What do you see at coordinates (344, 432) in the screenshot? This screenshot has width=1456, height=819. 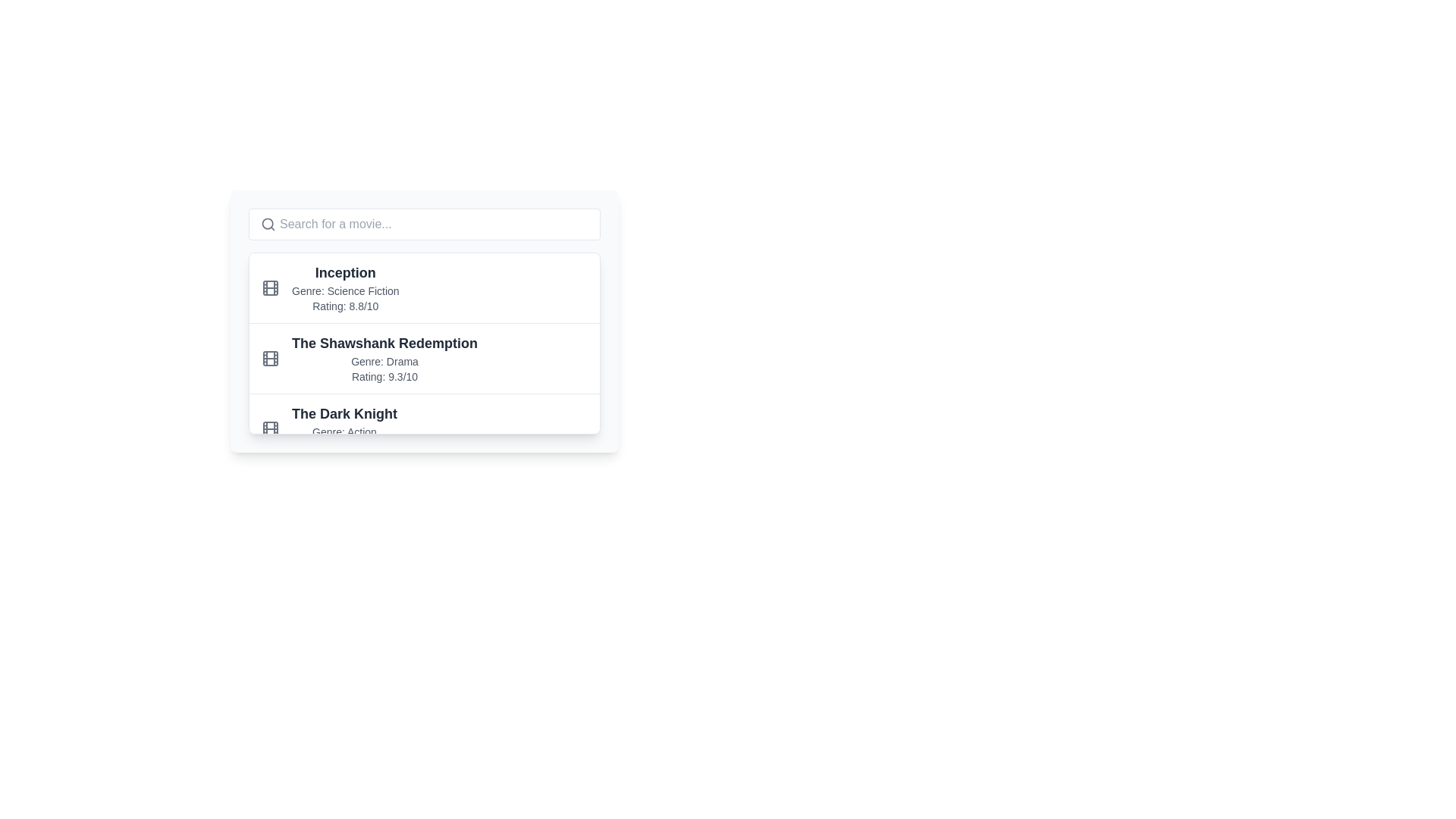 I see `the text label displaying the movie genre 'The Dark Knight', which is positioned below the movie title and above the rating text` at bounding box center [344, 432].